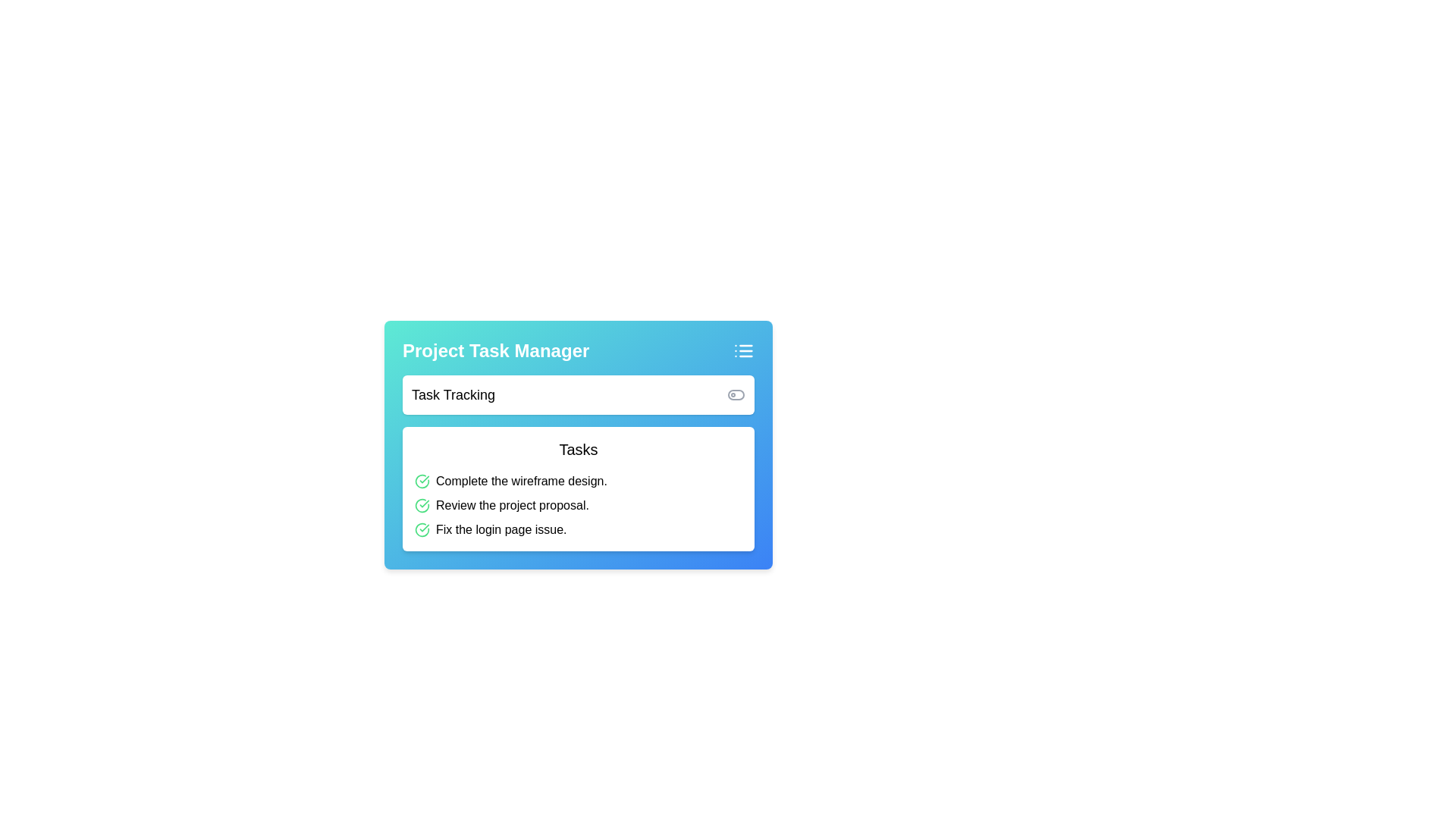  What do you see at coordinates (736, 394) in the screenshot?
I see `the toggle switch icon located at the far right of the 'Task Tracking' section to change its state` at bounding box center [736, 394].